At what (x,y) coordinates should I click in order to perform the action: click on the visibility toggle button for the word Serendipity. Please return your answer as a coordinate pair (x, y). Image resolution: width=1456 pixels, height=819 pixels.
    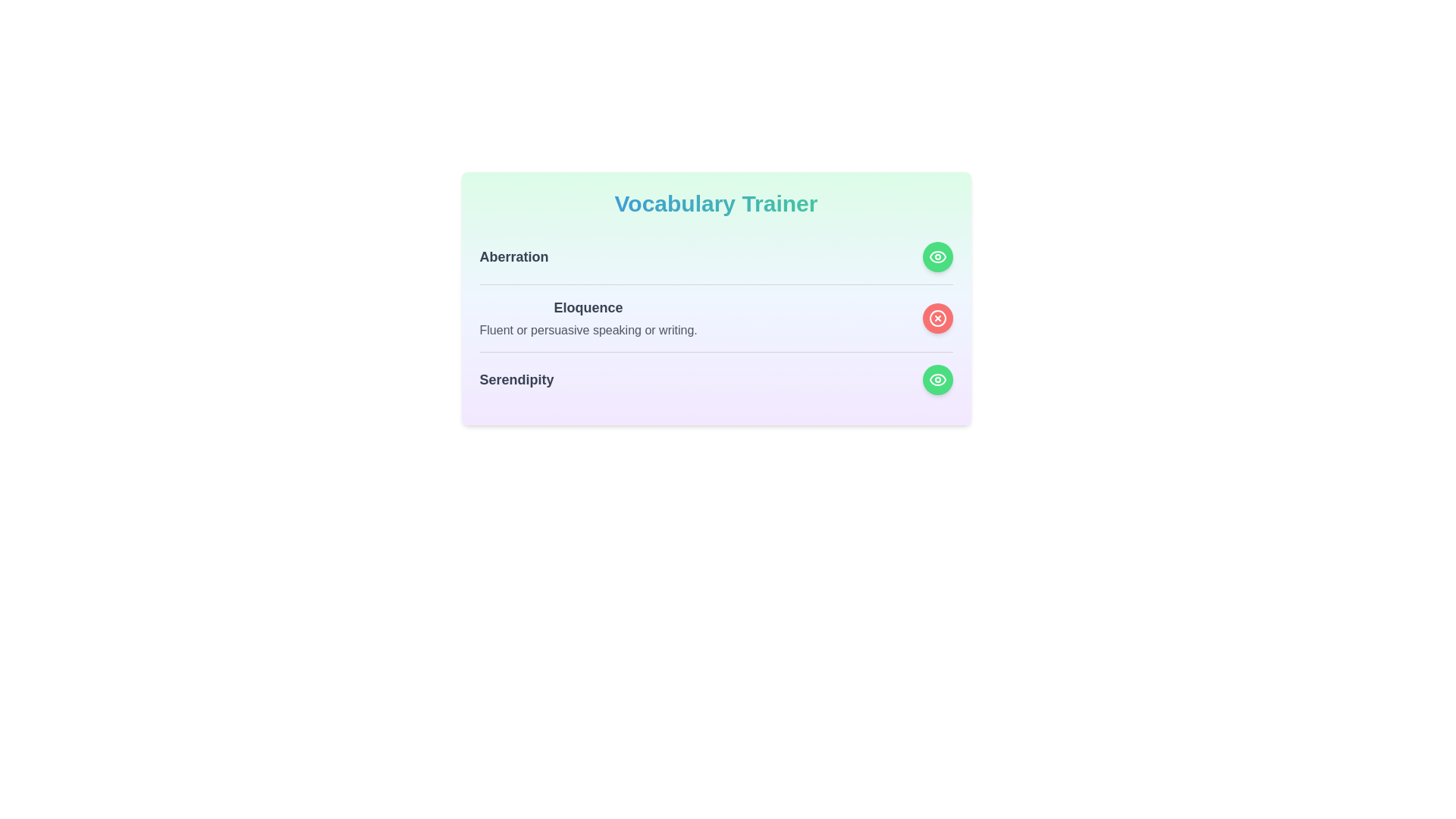
    Looking at the image, I should click on (937, 379).